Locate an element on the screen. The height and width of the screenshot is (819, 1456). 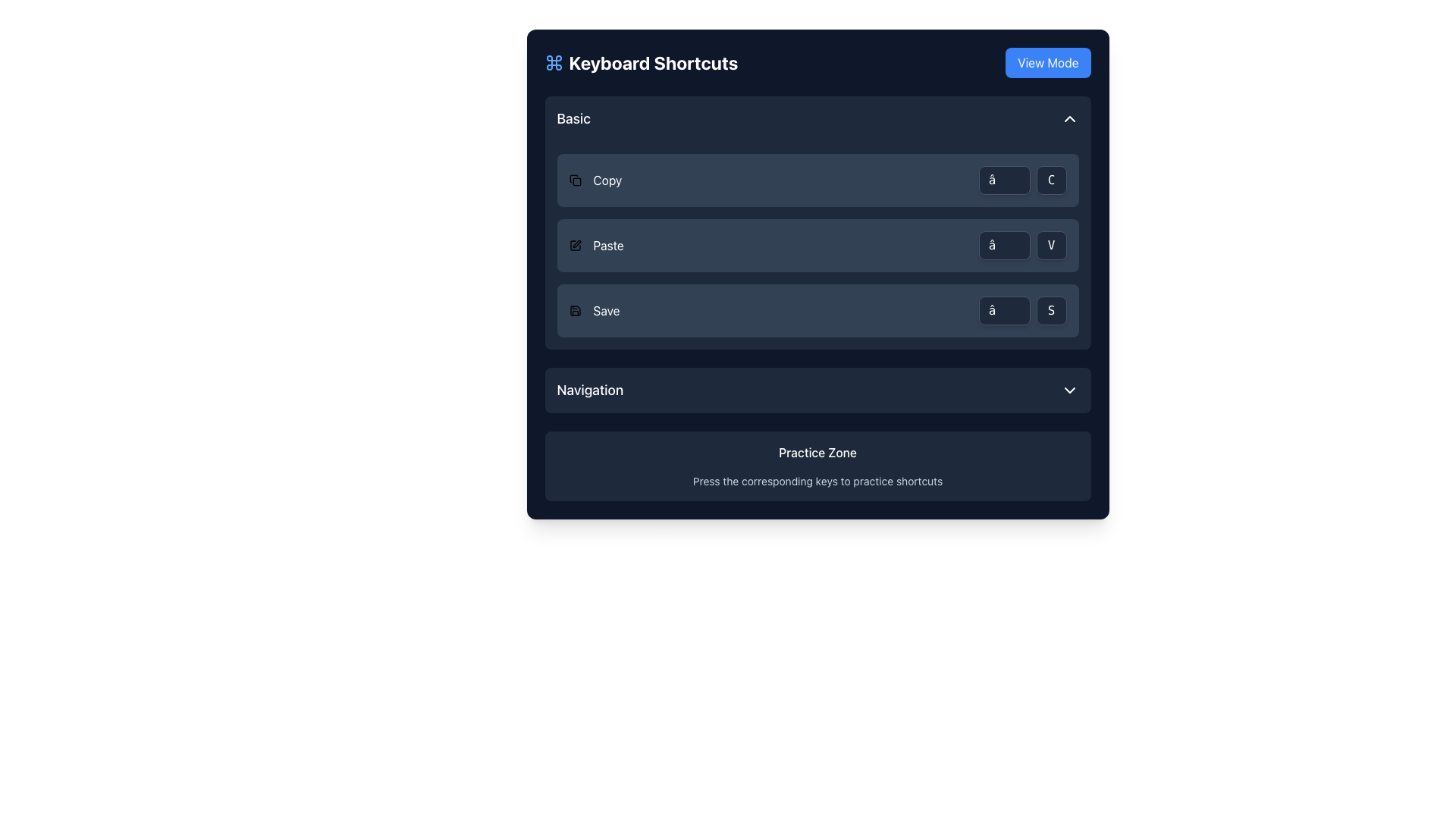
the Collapsible menu header at the top of the 'Keyboard Shortcuts' list is located at coordinates (817, 118).